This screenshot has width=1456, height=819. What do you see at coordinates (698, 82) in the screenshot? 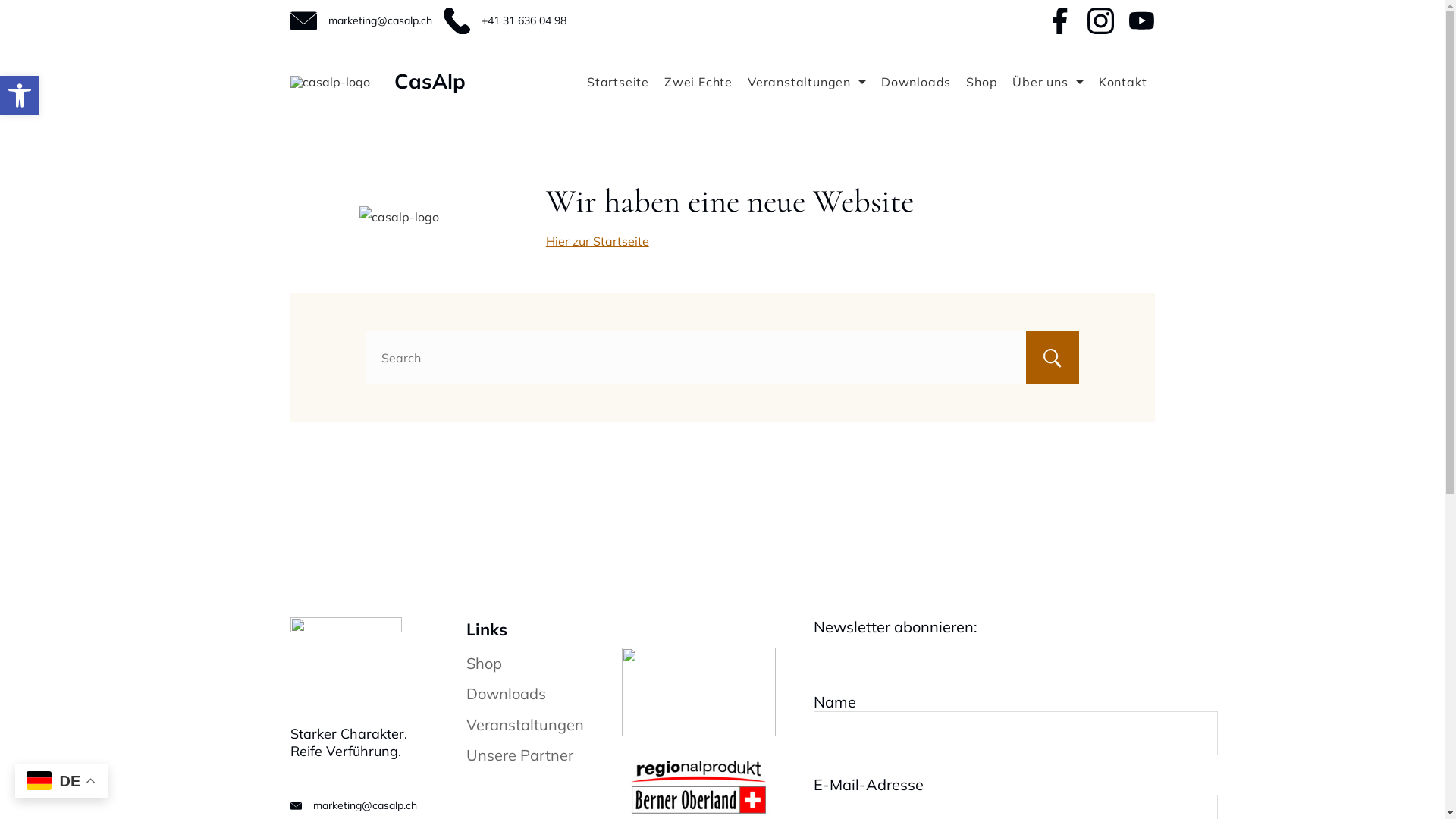
I see `'Zwei Echte'` at bounding box center [698, 82].